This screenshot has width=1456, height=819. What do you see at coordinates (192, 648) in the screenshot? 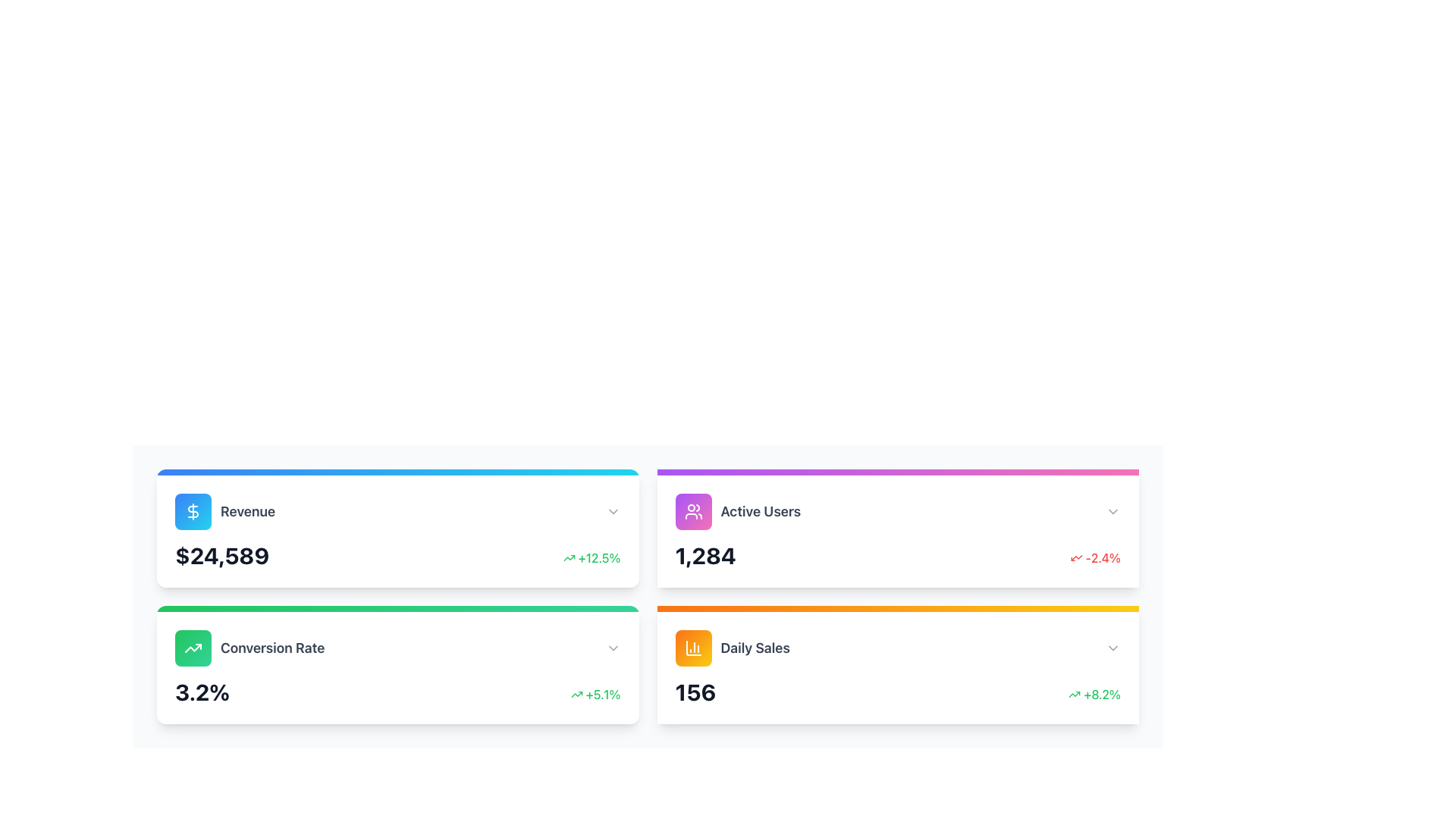
I see `the SVG upward trending arrow icon, which is styled with a white line drawing on a green-to-emerald gradient-filled rounded rectangular background, positioned to the left of the 'Conversion Rate' text and above the '3.2%' value` at bounding box center [192, 648].